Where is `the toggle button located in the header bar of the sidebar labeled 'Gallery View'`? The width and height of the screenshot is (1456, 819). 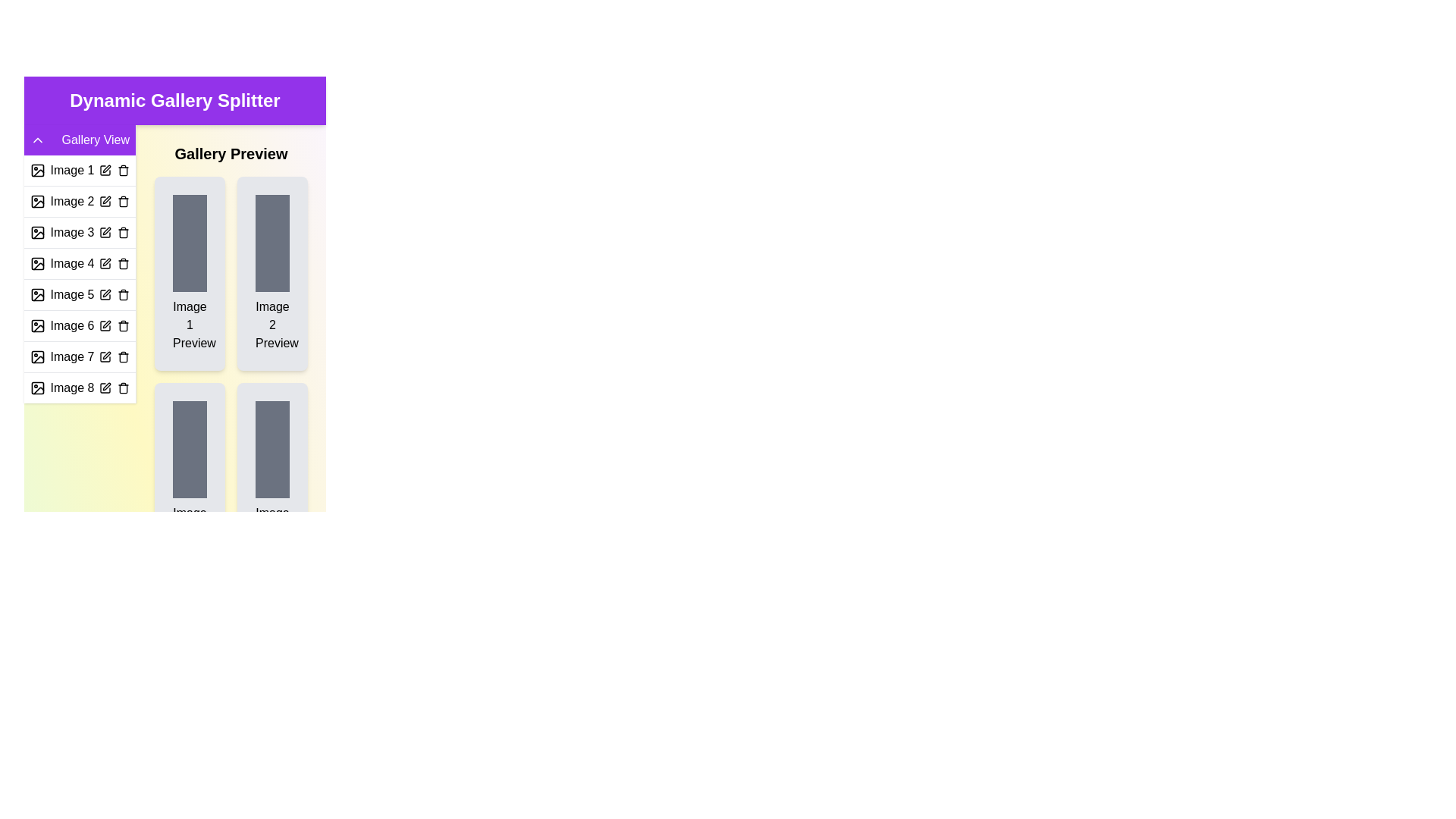 the toggle button located in the header bar of the sidebar labeled 'Gallery View' is located at coordinates (37, 140).